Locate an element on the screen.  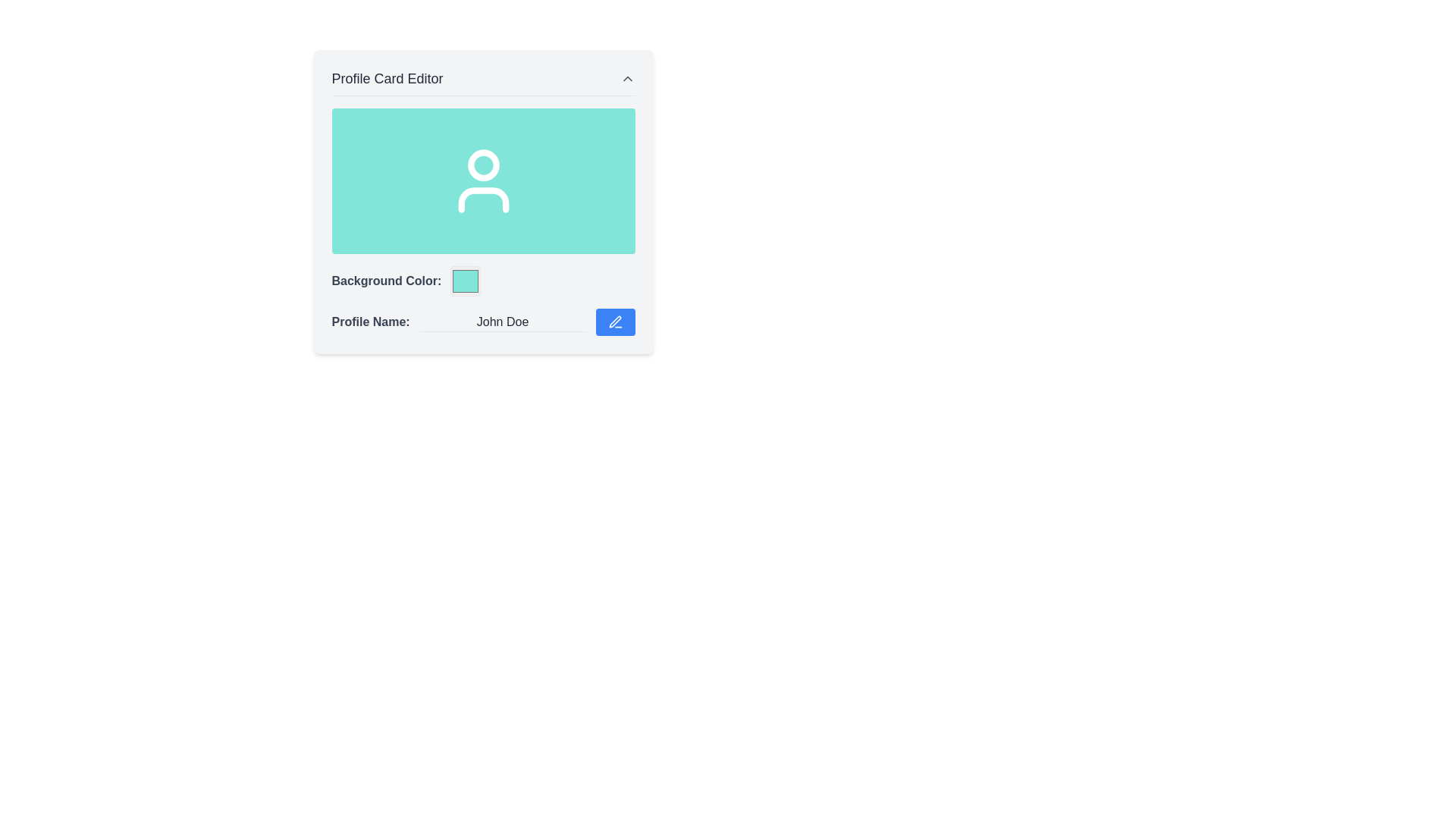
the semicircular user profile icon with a white stroke on a mint-green background, located centrally below the circular top half of the profile graphic is located at coordinates (482, 199).